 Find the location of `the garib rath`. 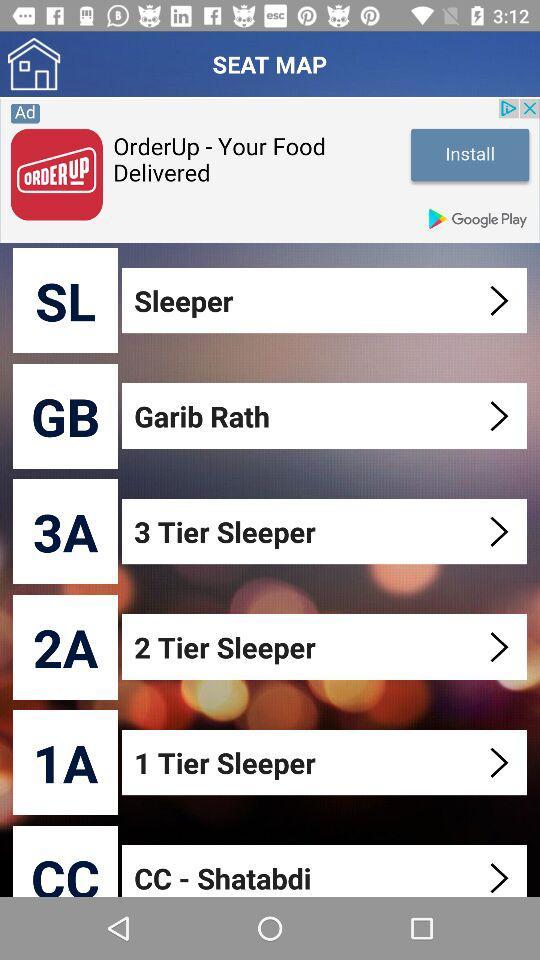

the garib rath is located at coordinates (326, 415).